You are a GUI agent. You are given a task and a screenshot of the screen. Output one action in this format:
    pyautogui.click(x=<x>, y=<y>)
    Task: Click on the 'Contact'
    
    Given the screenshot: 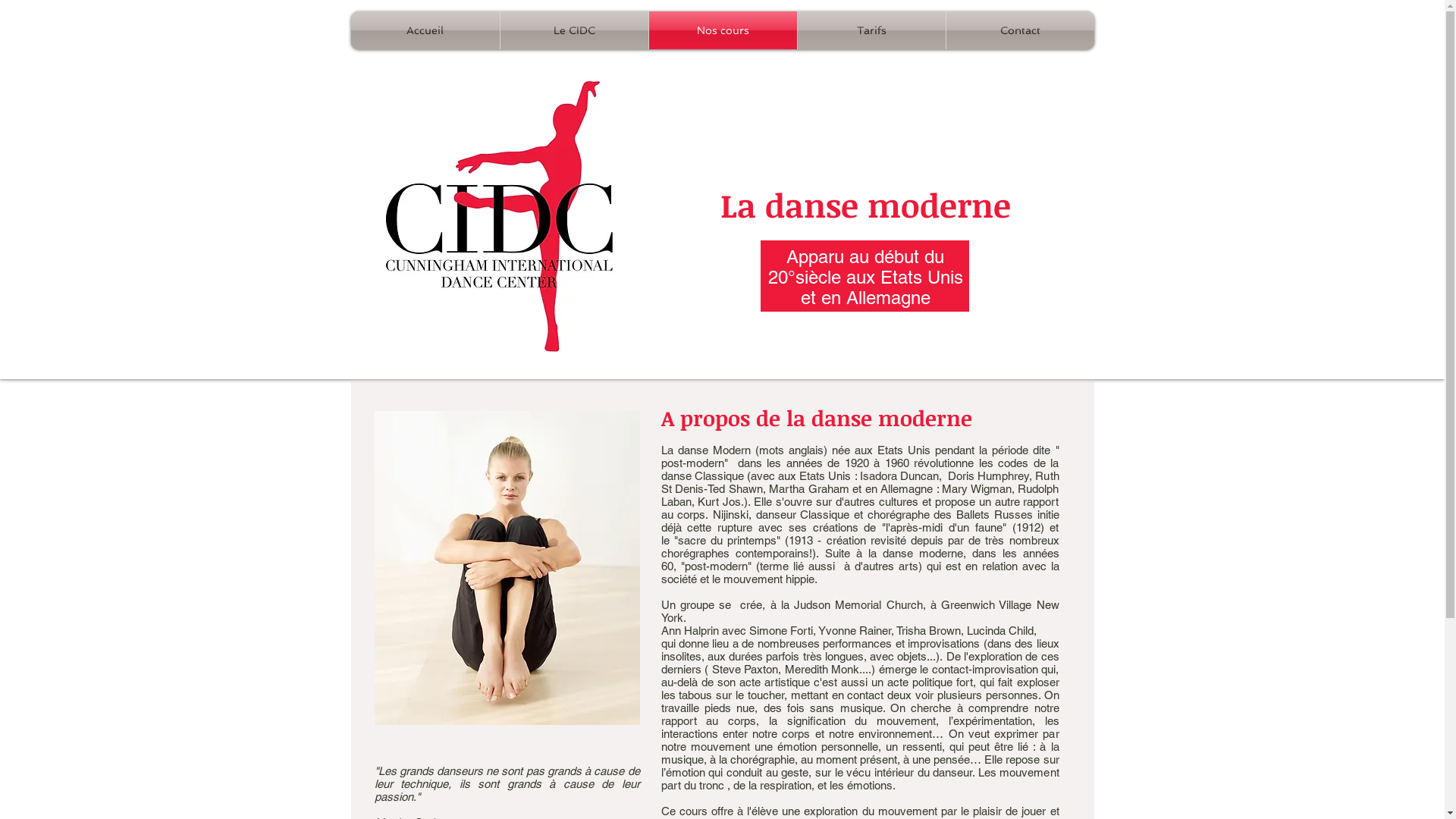 What is the action you would take?
    pyautogui.click(x=1020, y=30)
    